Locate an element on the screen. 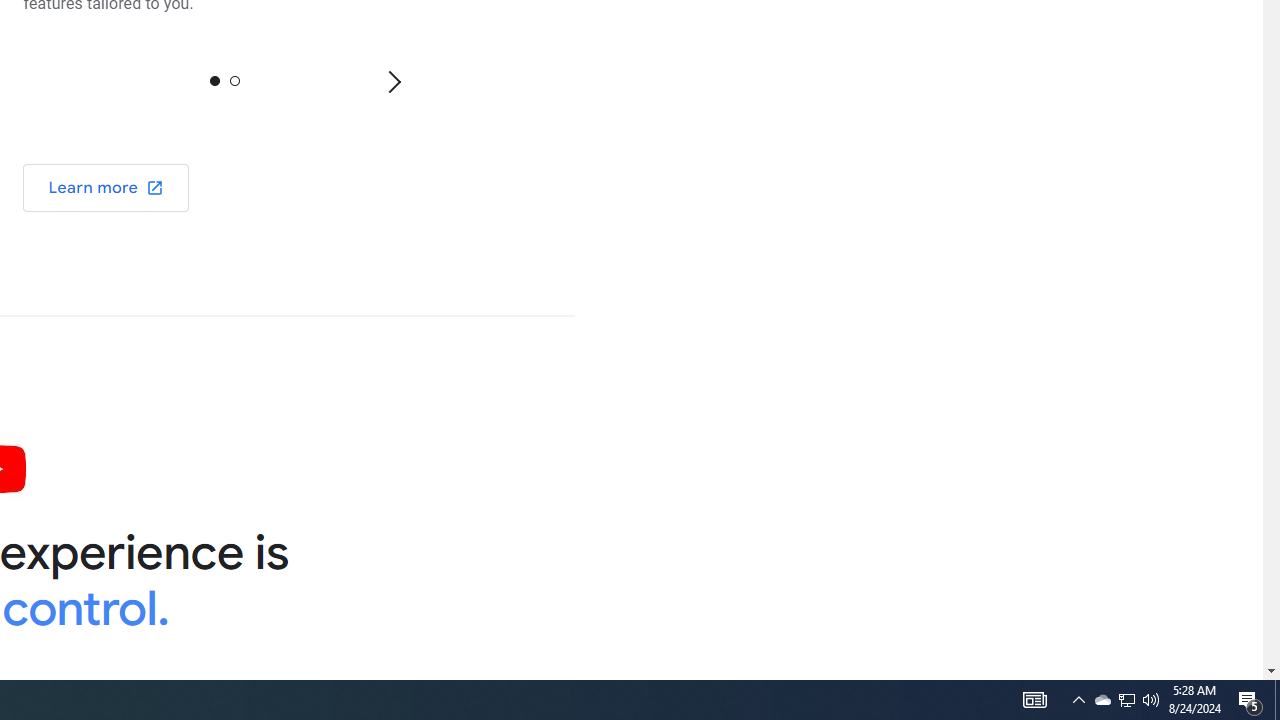  'Next' is located at coordinates (393, 80).